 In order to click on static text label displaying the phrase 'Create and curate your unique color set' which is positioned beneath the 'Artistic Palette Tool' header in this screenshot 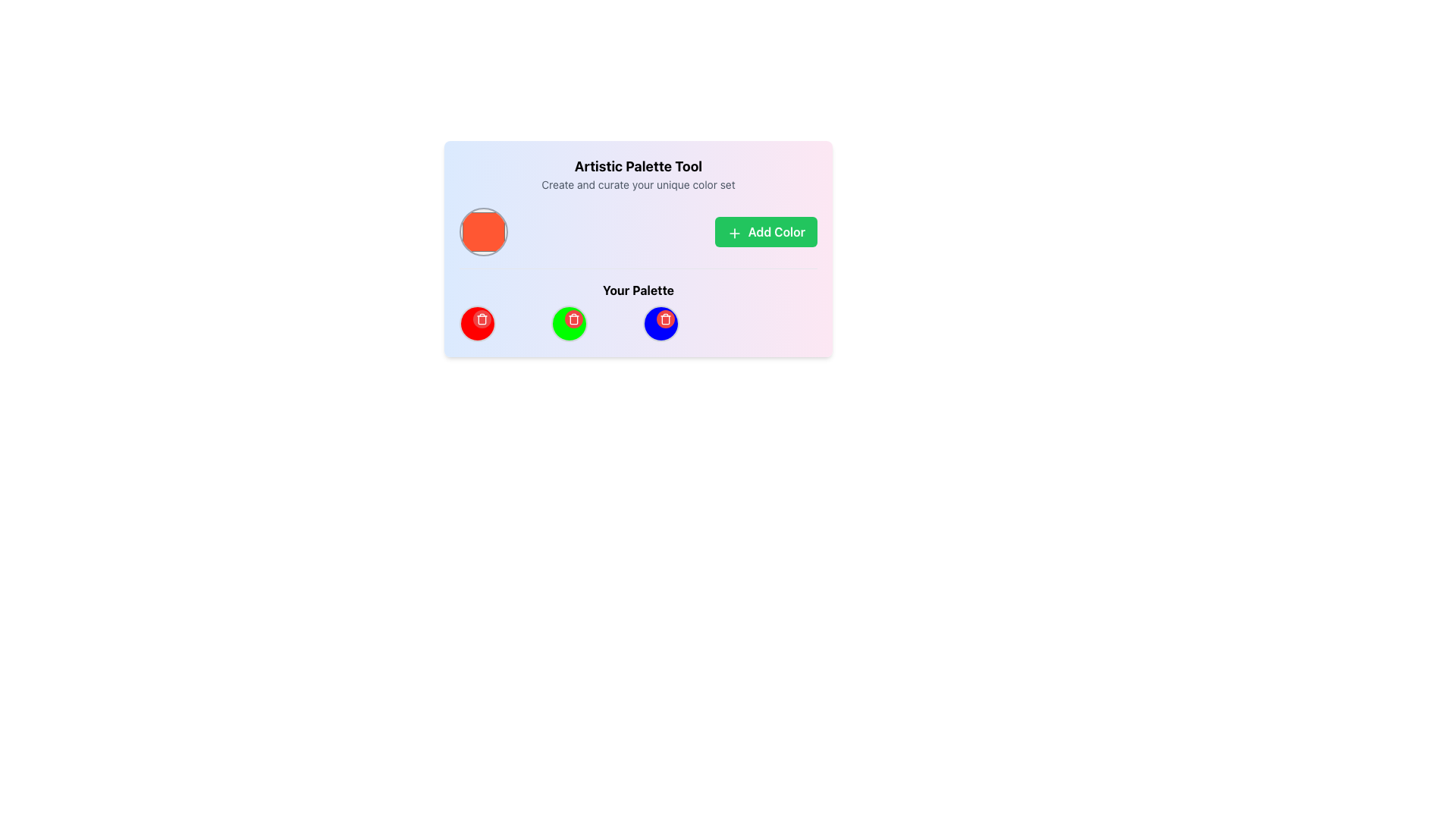, I will do `click(638, 184)`.